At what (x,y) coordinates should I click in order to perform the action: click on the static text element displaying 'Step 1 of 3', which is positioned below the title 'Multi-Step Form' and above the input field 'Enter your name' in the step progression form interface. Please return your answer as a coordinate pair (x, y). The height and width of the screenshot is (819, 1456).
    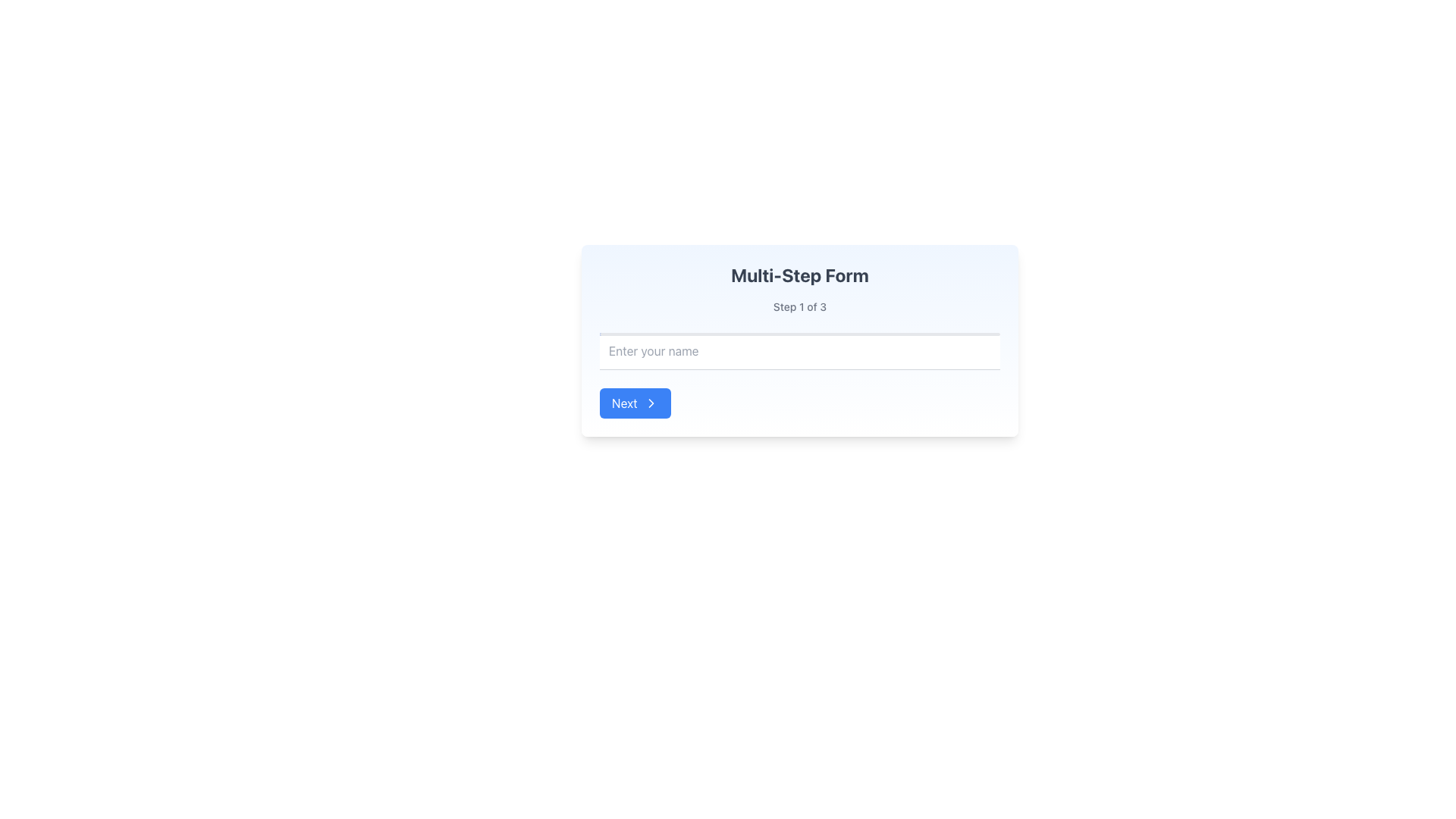
    Looking at the image, I should click on (799, 307).